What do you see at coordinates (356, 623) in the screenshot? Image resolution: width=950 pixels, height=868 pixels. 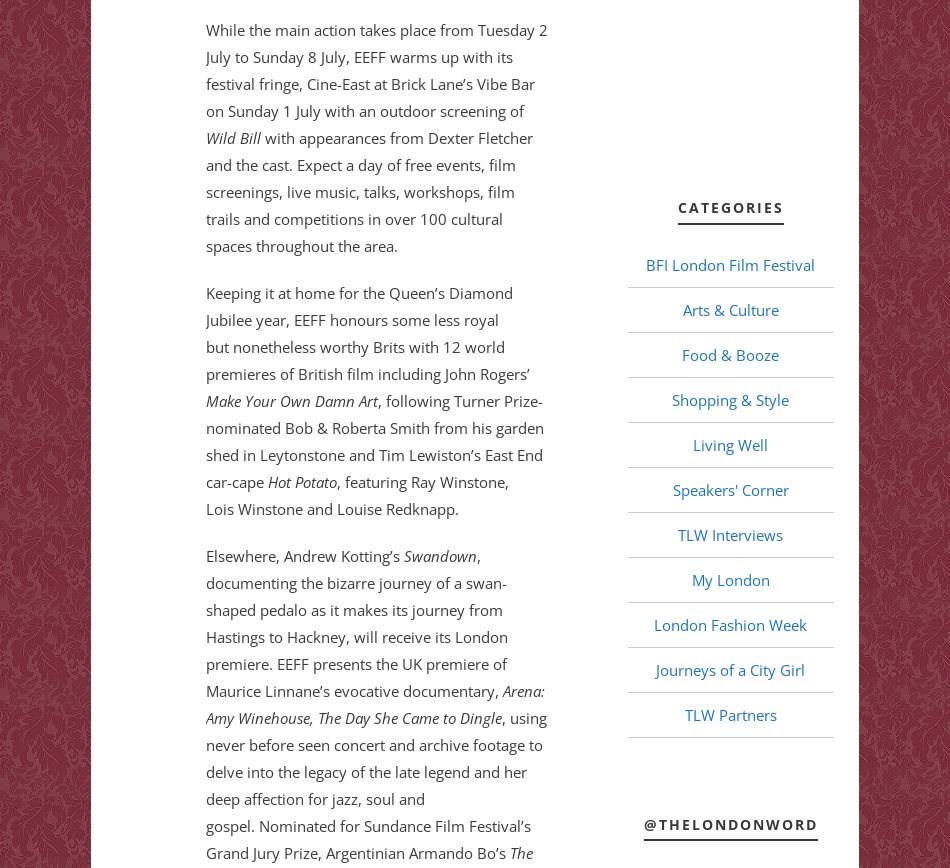 I see `', documenting the bizarre journey of a swan-shaped pedalo as it makes its journey from Hastings to Hackney, will receive its London premiere. EEFF presents the UK premiere of Maurice Linnane’s evocative documentary,'` at bounding box center [356, 623].